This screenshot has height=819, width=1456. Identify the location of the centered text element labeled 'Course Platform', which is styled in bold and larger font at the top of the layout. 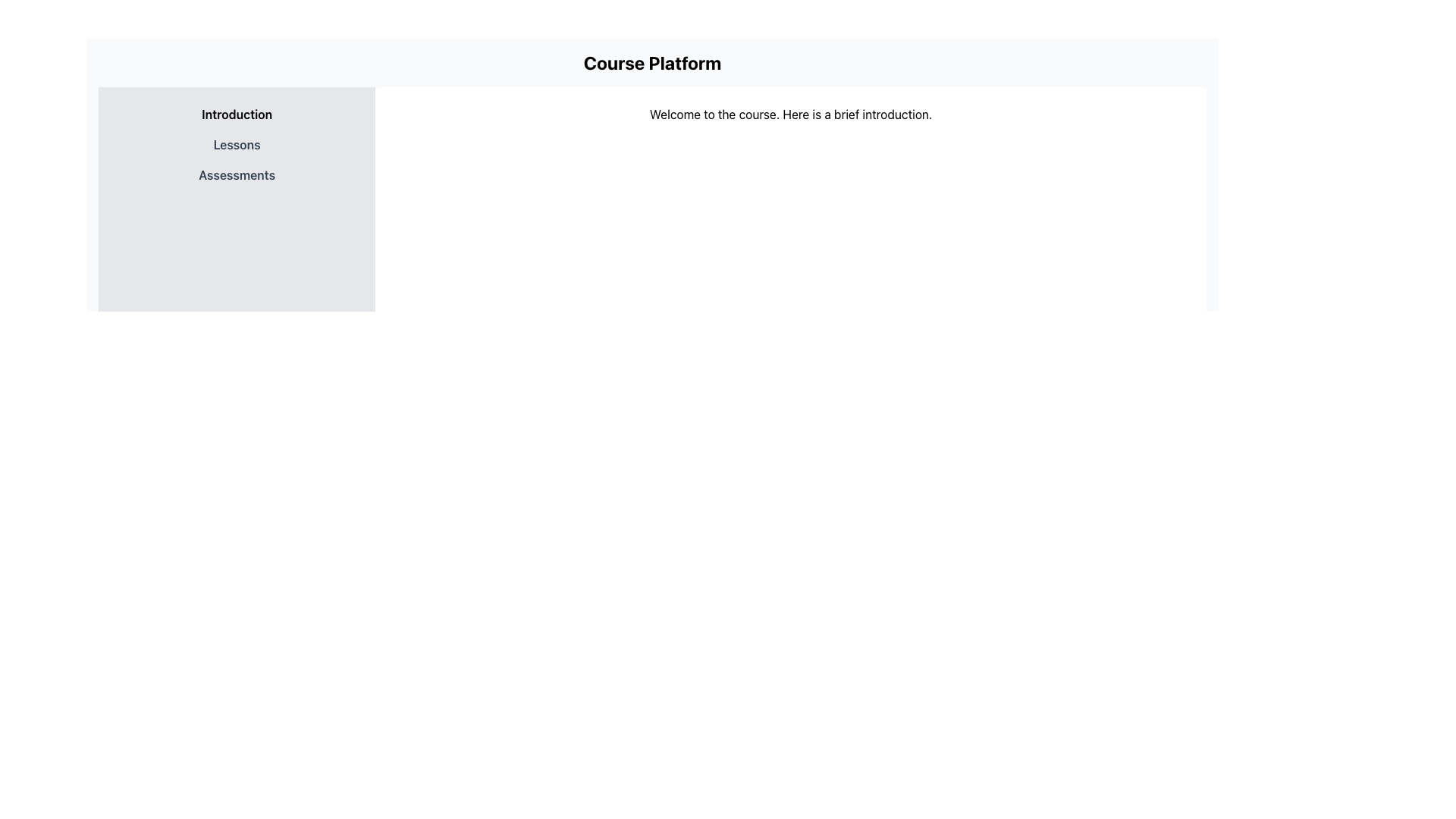
(652, 62).